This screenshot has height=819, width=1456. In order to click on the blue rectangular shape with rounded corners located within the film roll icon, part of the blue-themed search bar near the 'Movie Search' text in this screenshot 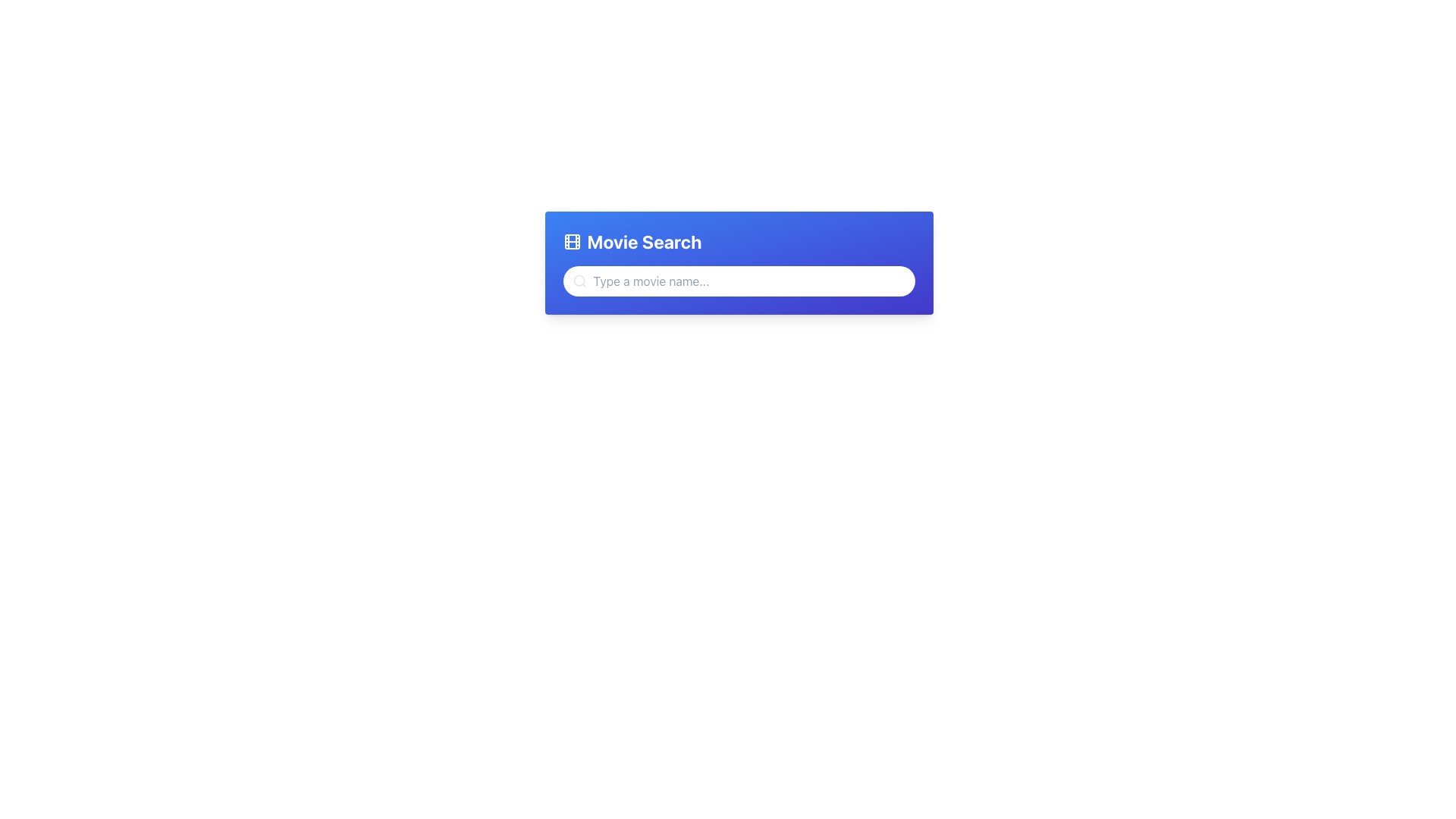, I will do `click(571, 241)`.